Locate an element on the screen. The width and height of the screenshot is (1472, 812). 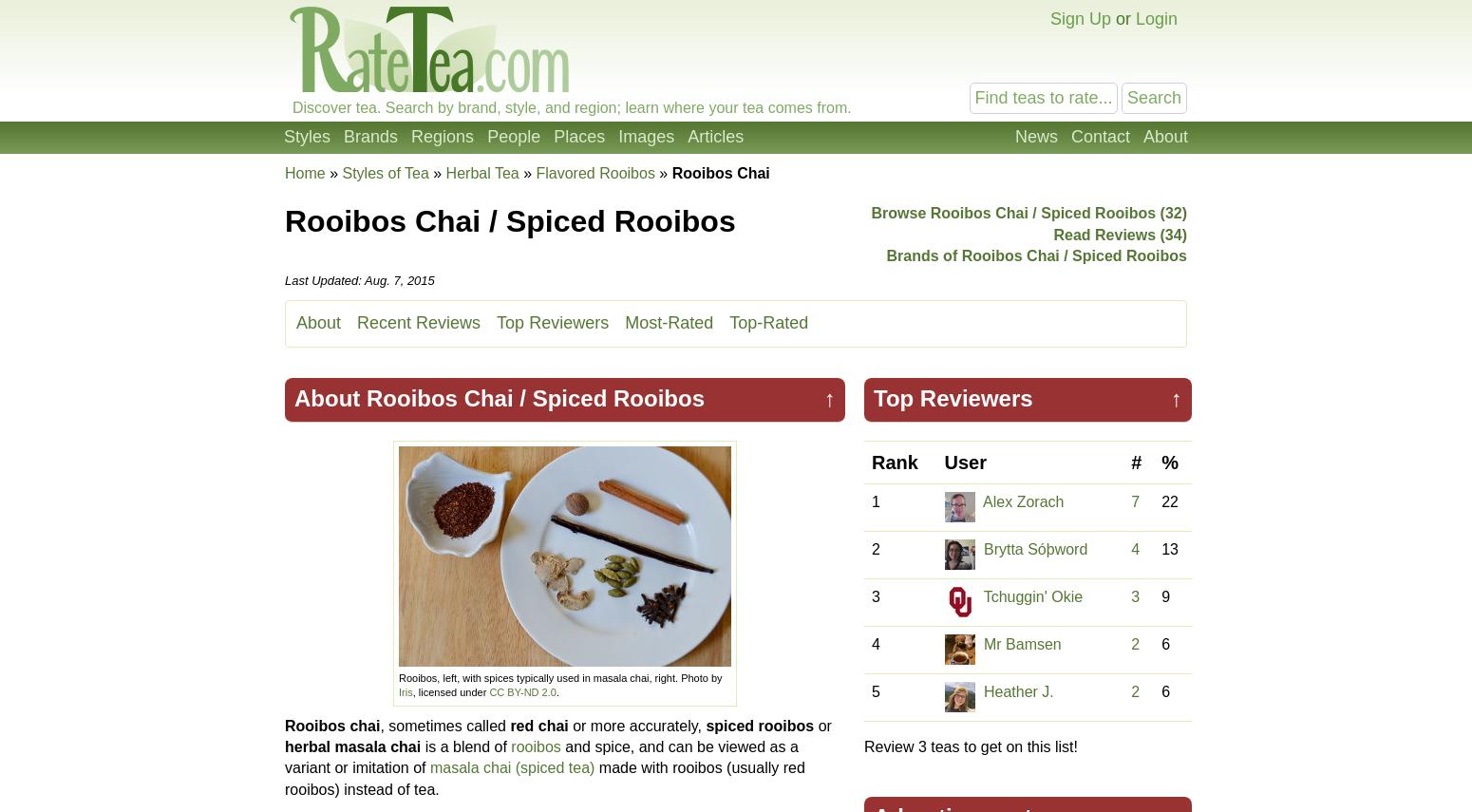
'#' is located at coordinates (1131, 463).